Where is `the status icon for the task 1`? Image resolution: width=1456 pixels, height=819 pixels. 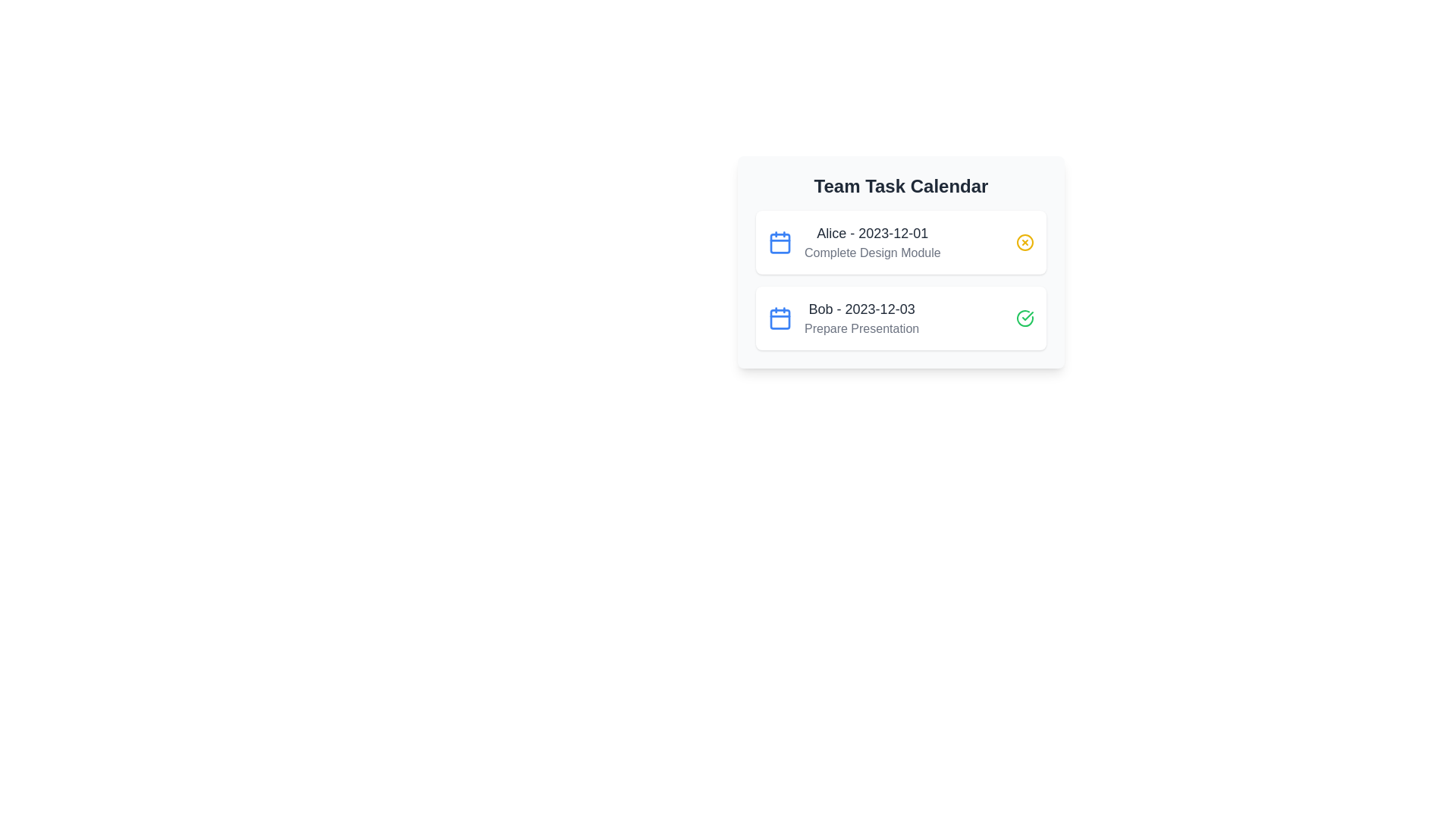
the status icon for the task 1 is located at coordinates (1025, 242).